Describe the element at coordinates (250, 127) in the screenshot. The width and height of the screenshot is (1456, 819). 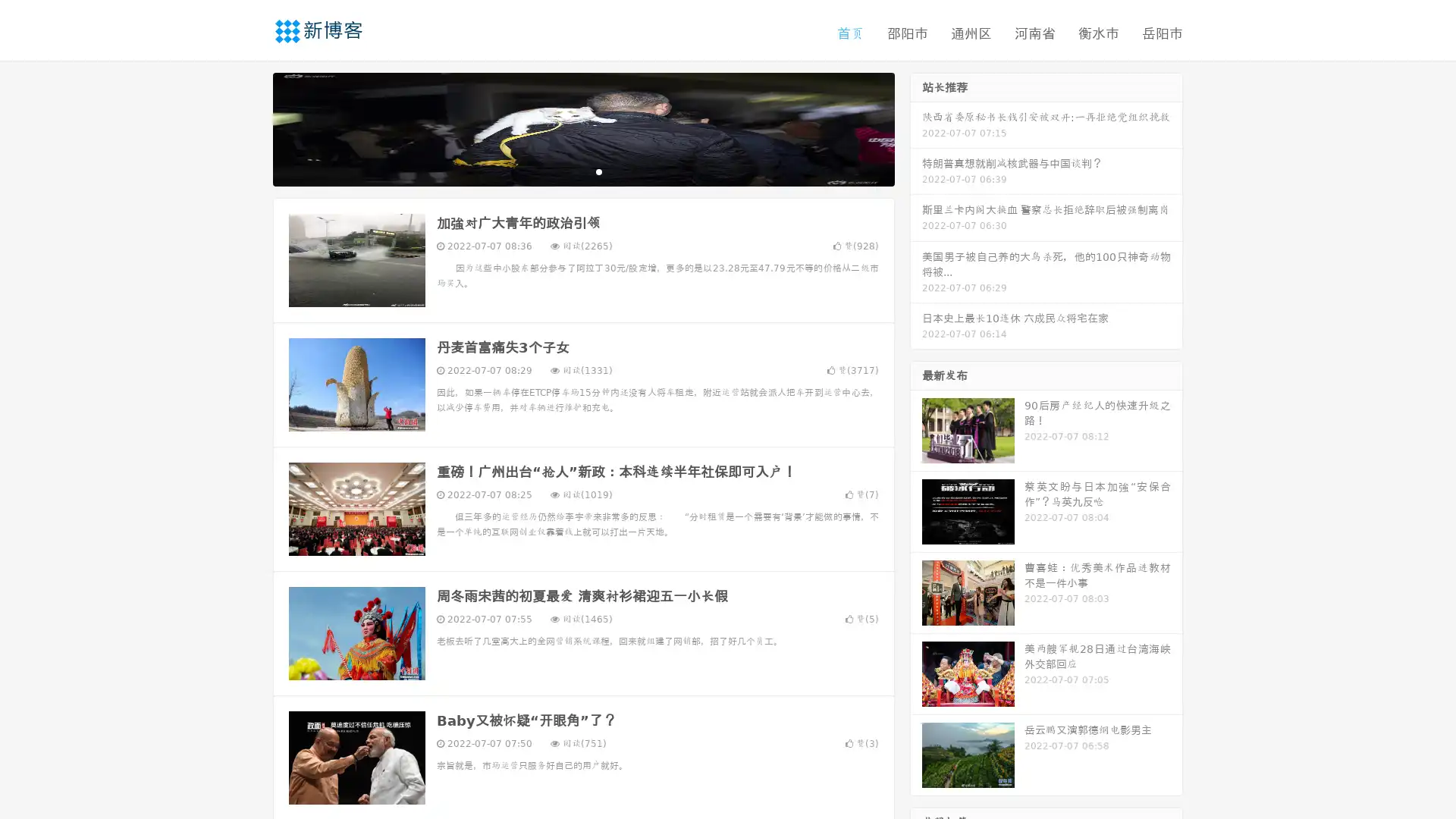
I see `Previous slide` at that location.